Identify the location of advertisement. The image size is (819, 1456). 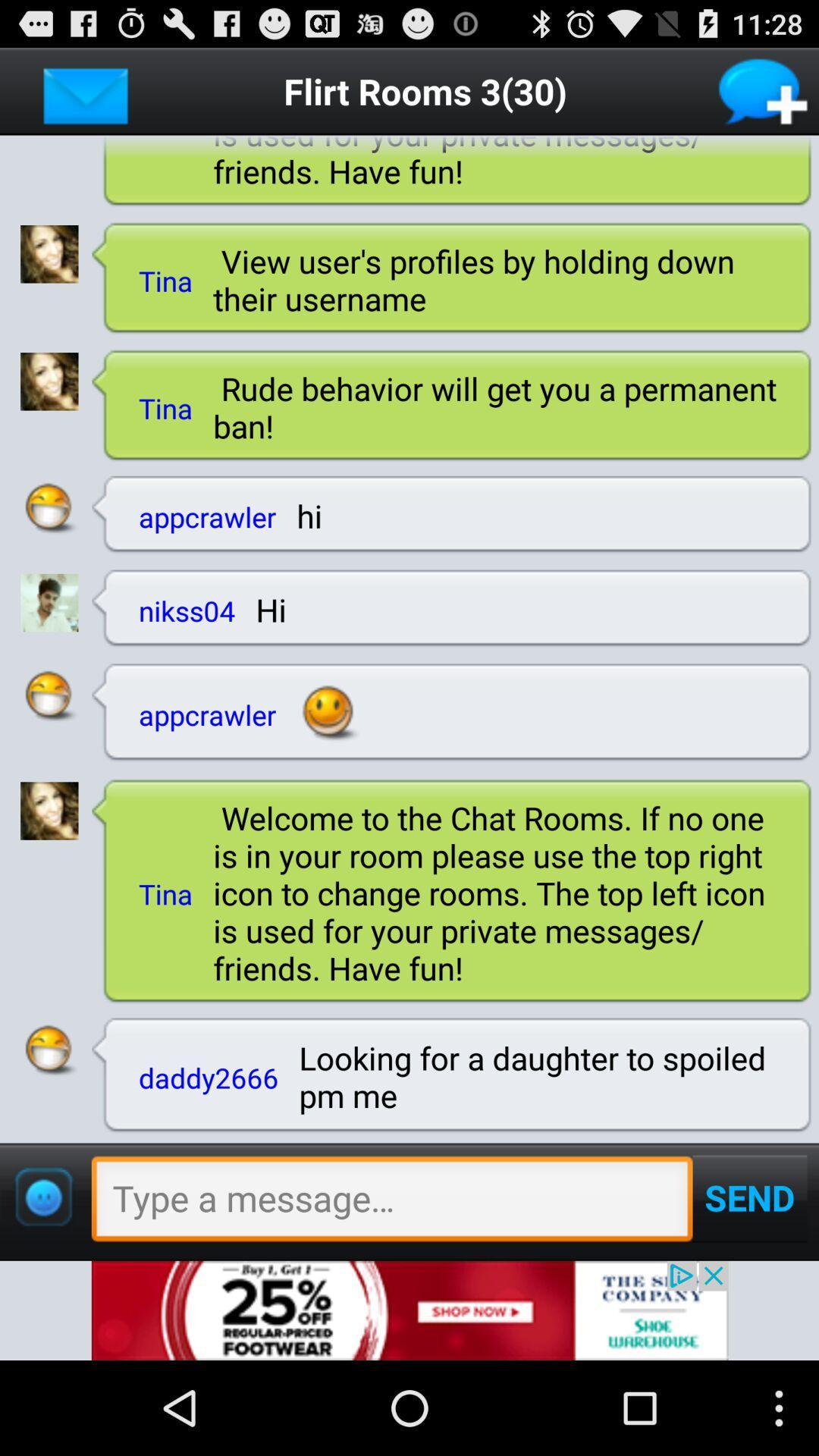
(409, 1310).